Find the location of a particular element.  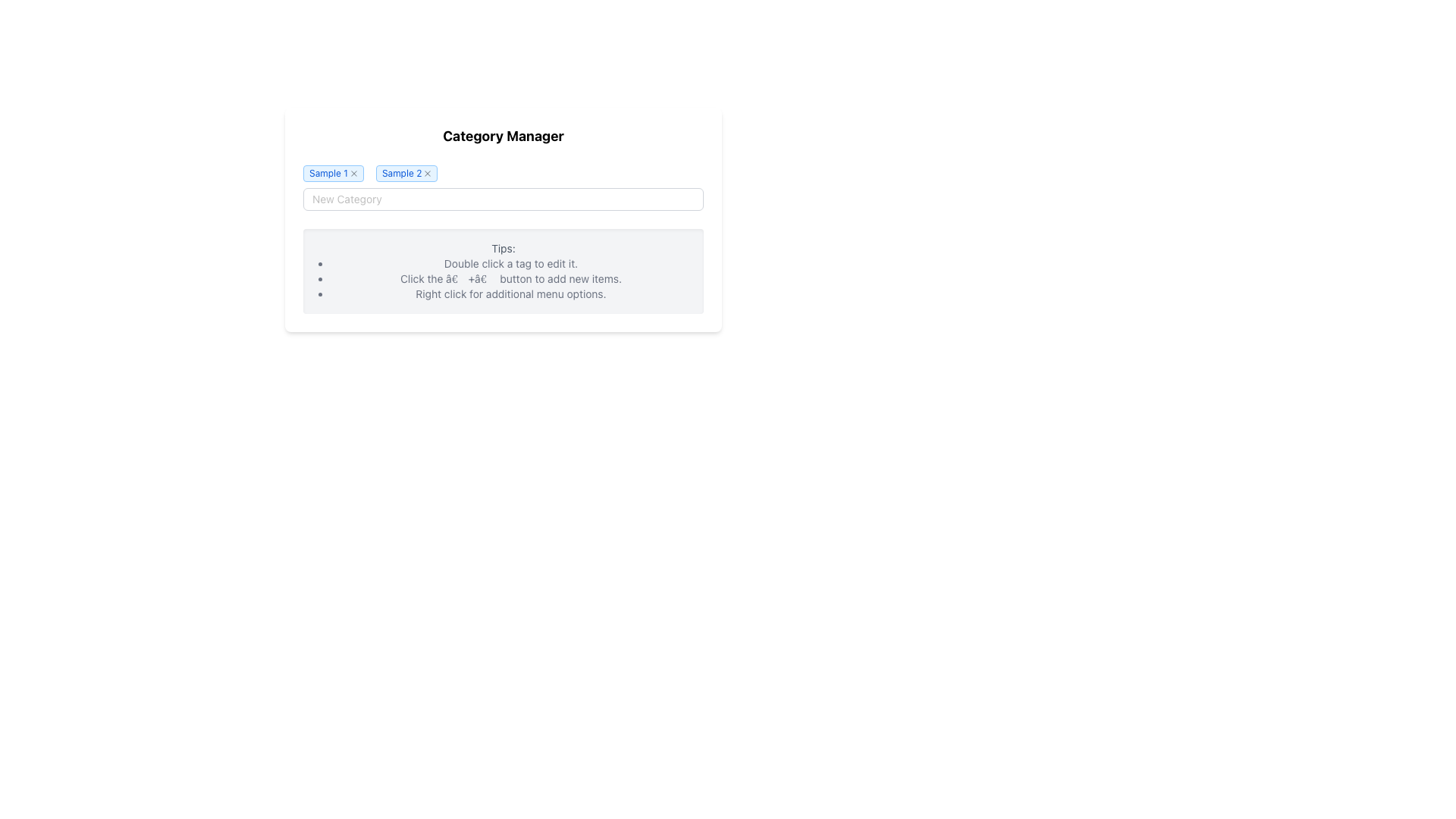

the static text element that reads 'Click the “+” button to add new items.', which is the second item in the vertical list of instructional text under the 'Tips:' section is located at coordinates (510, 278).